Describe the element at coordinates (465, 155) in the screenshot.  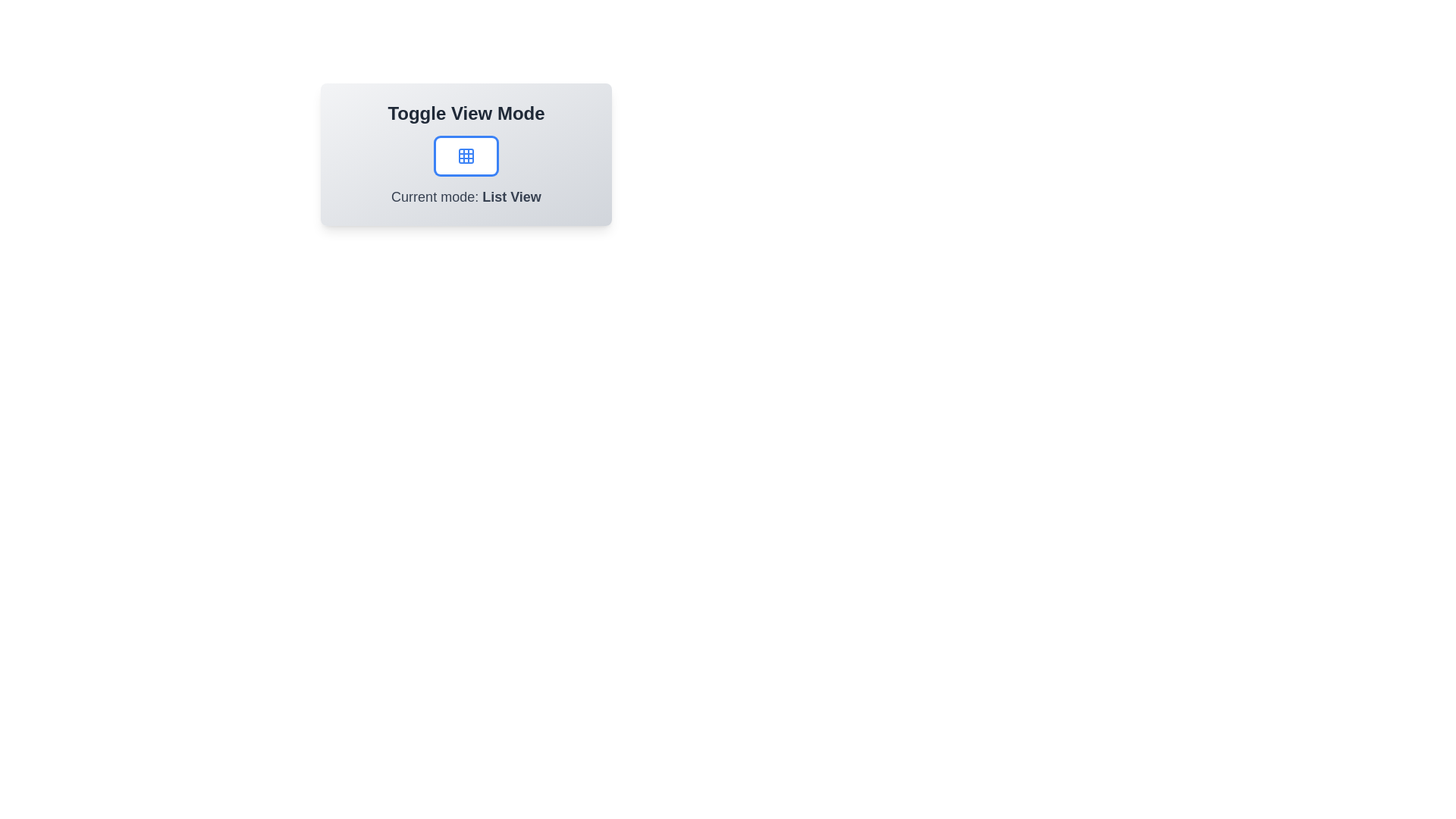
I see `the toggle button to switch the view mode` at that location.